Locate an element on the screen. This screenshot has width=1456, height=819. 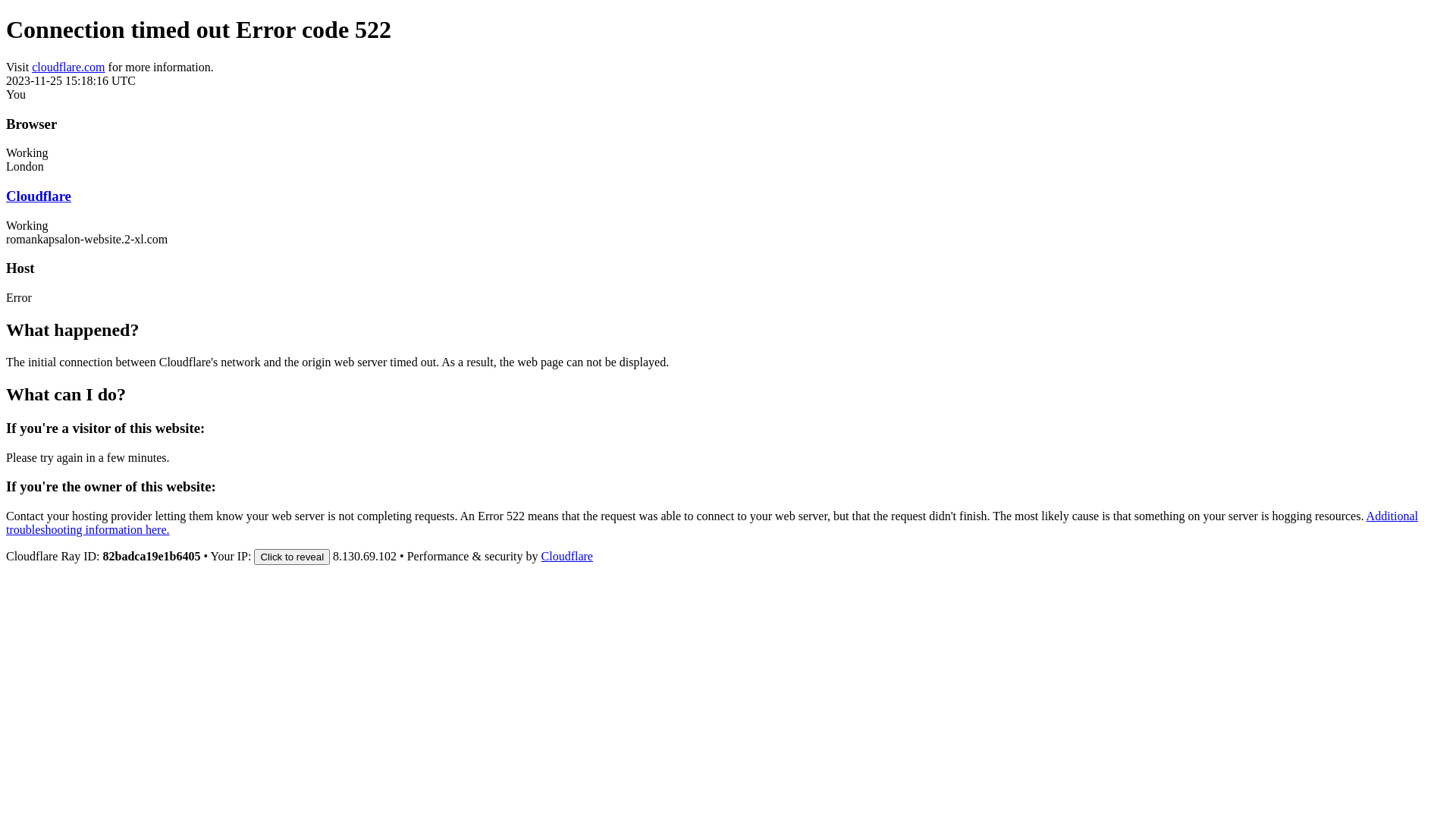
'Click to reveal' is located at coordinates (291, 557).